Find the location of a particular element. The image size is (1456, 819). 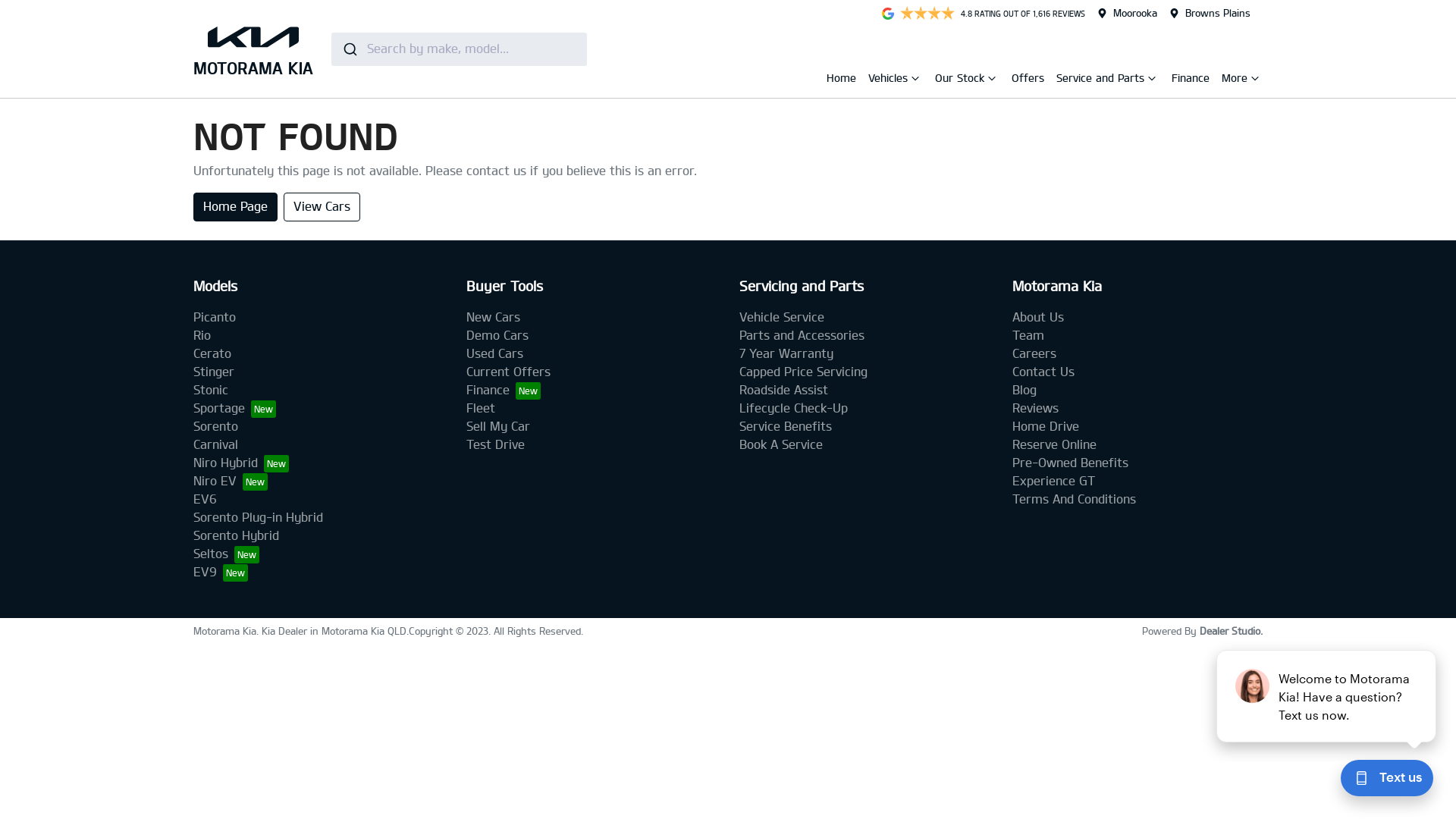

'Stonic' is located at coordinates (210, 389).